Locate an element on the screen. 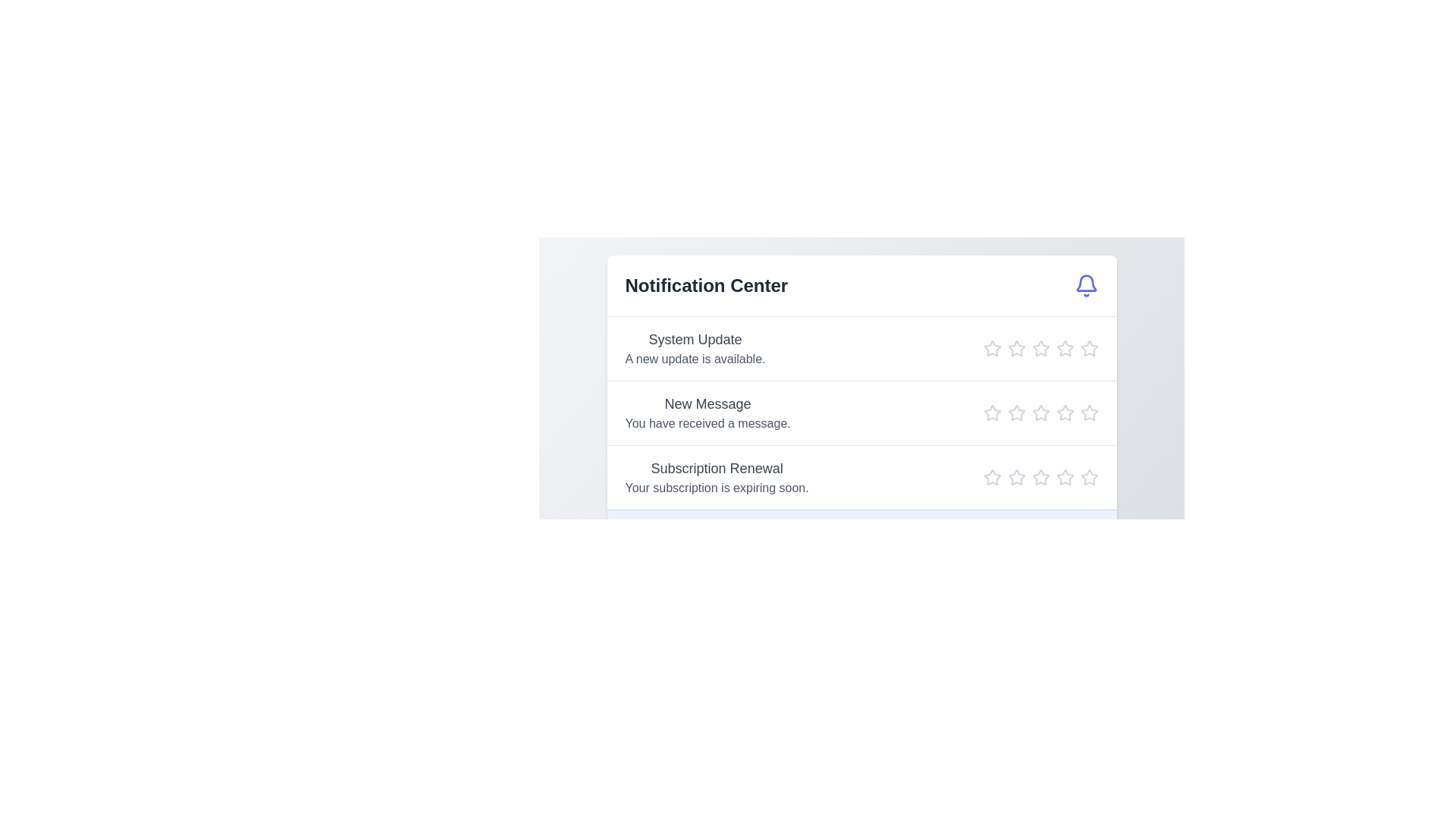 This screenshot has width=1456, height=819. the star icon corresponding to 4 stars in the Notification Center is located at coordinates (1064, 348).